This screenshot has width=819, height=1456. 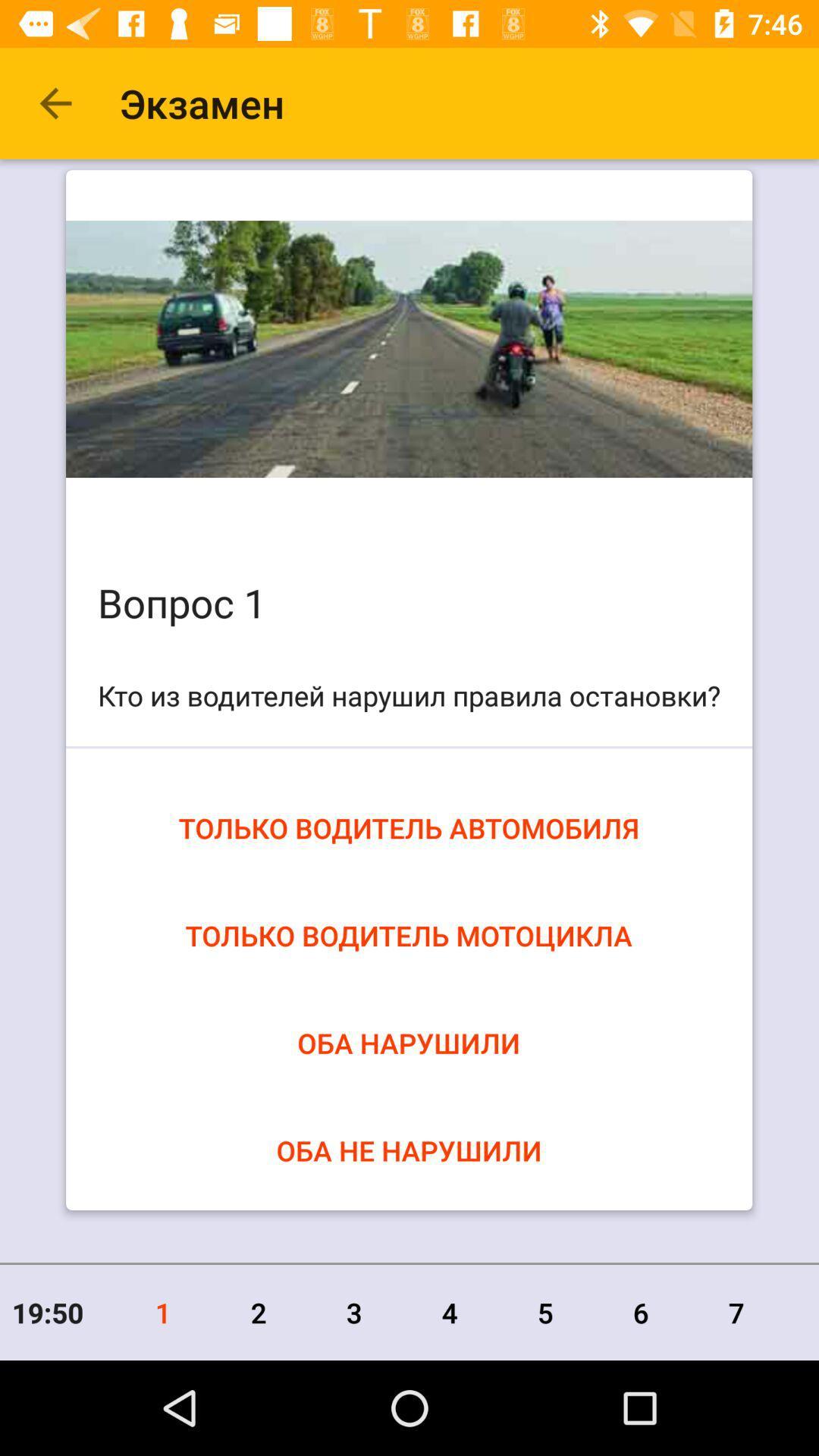 I want to click on the icon next to 5 icon, so click(x=641, y=1312).